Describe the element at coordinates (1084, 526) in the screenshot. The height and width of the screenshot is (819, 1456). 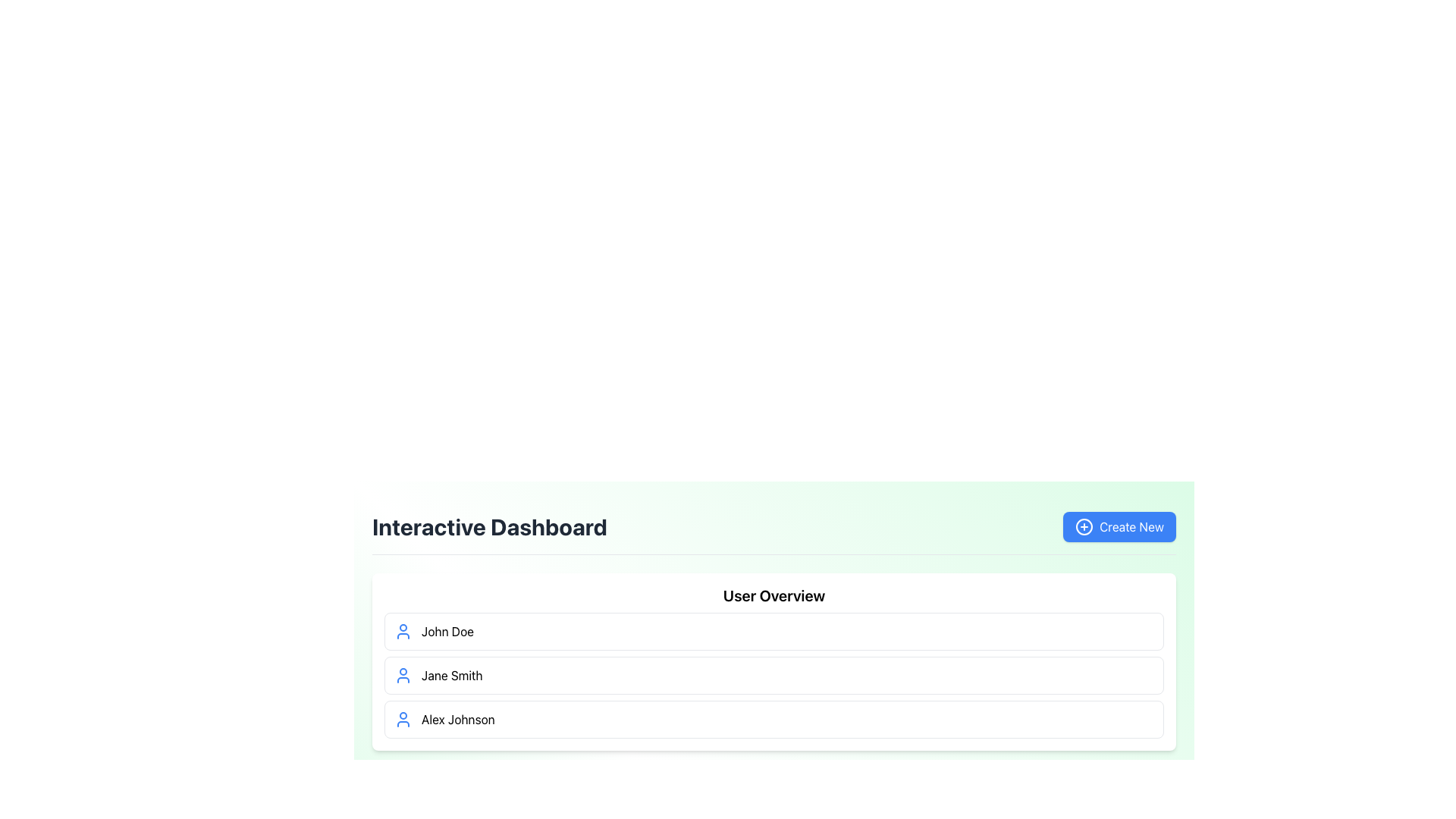
I see `the circular decoration within the 'Create New' button located in the top-right area of the interface above the 'User Overview' section` at that location.